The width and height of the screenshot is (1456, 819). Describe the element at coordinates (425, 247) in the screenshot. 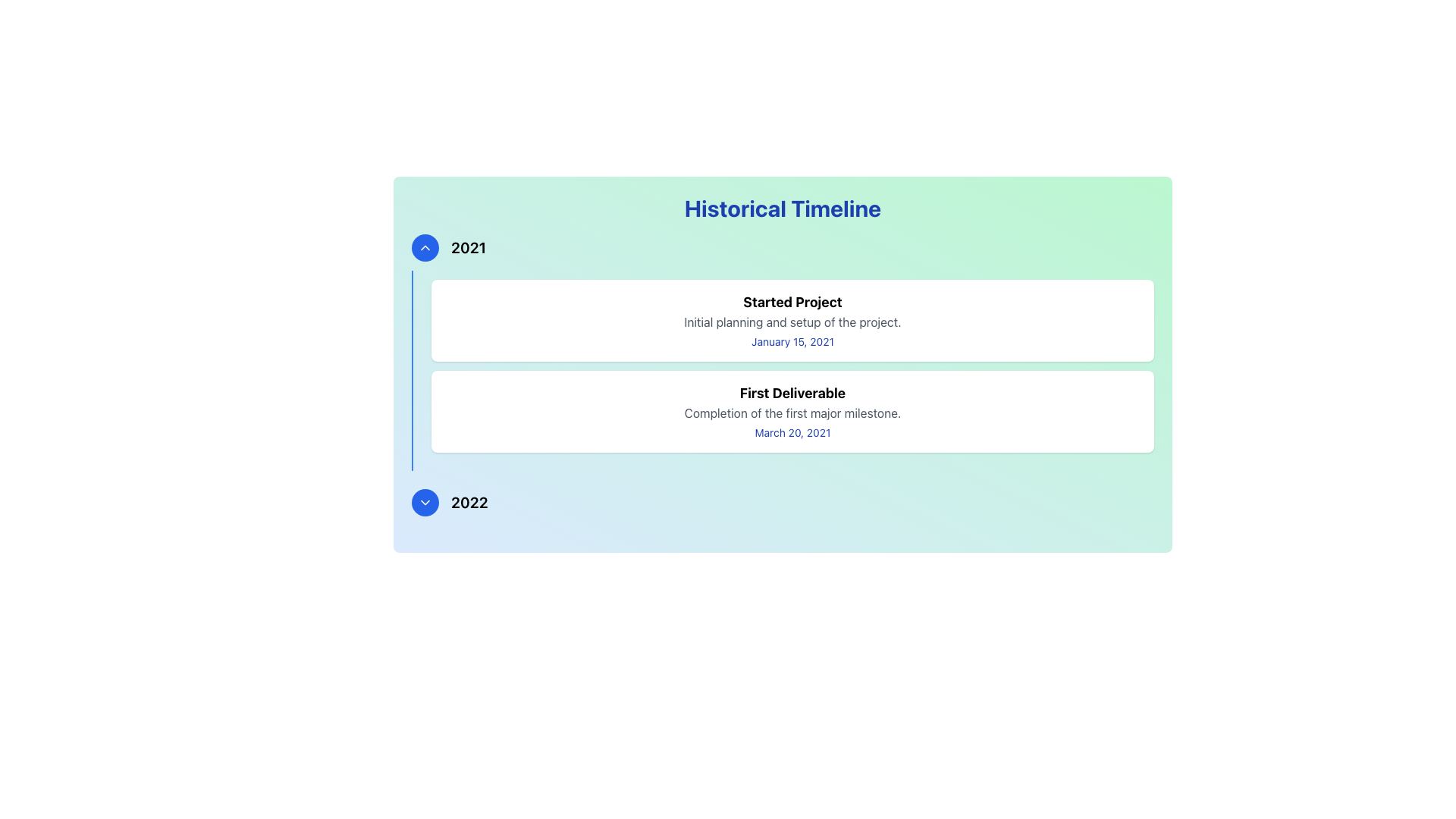

I see `the circular icon button with a blue background and a white upward-pointing triangle located to the left of the text '2021'` at that location.